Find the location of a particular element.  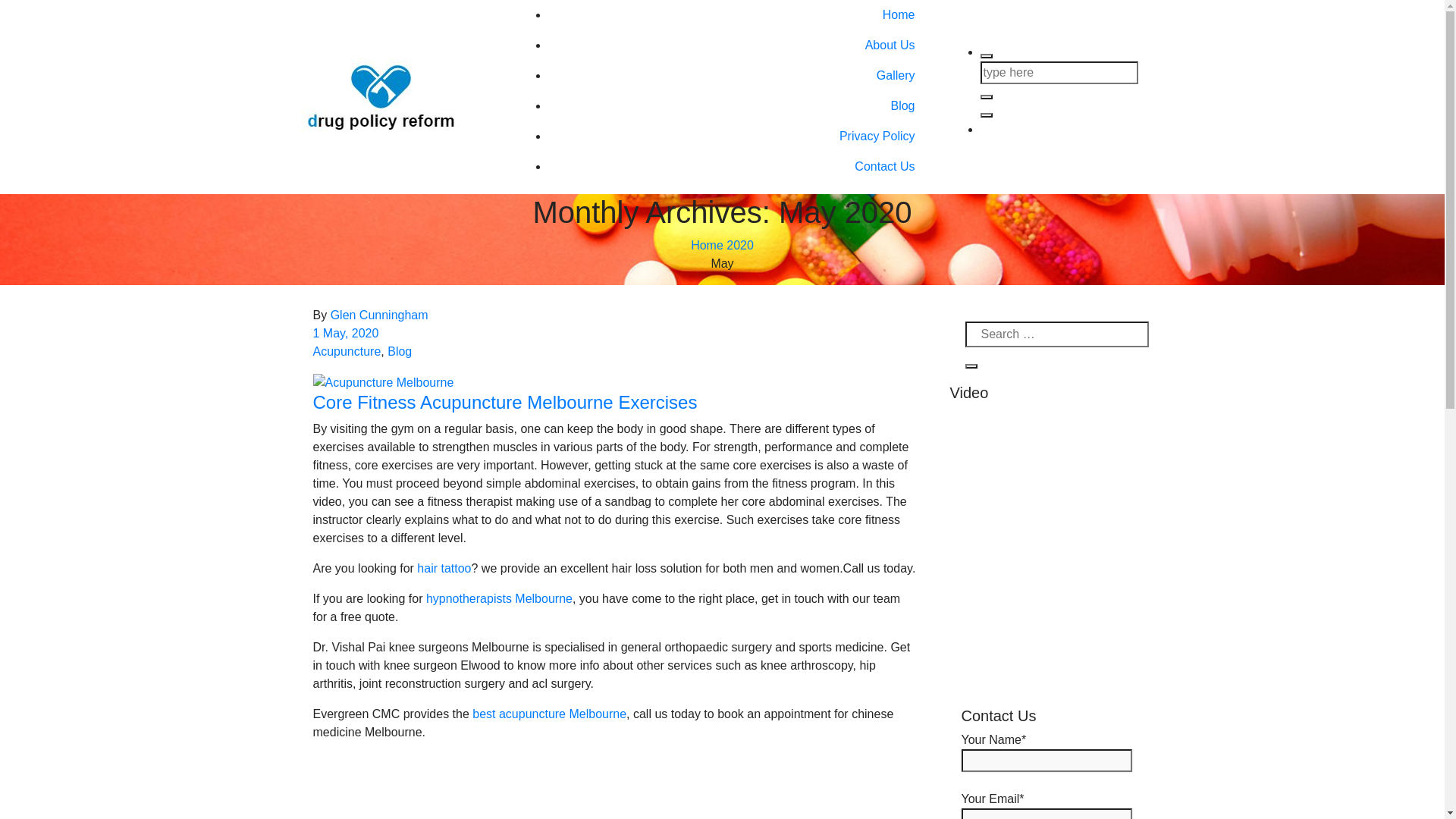

'hair tattoo' is located at coordinates (443, 568).